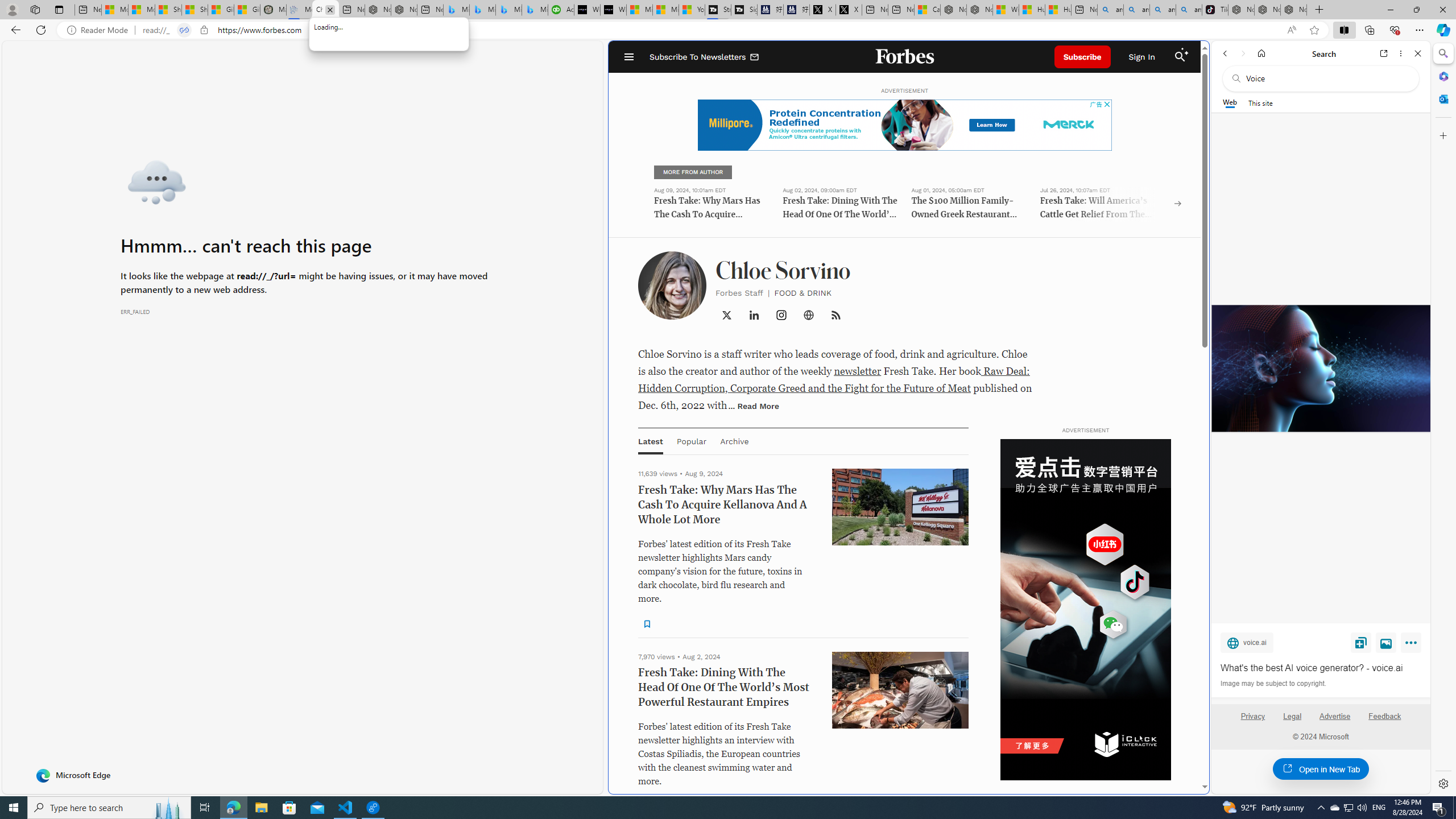 Image resolution: width=1456 pixels, height=819 pixels. Describe the element at coordinates (1412, 644) in the screenshot. I see `'More'` at that location.